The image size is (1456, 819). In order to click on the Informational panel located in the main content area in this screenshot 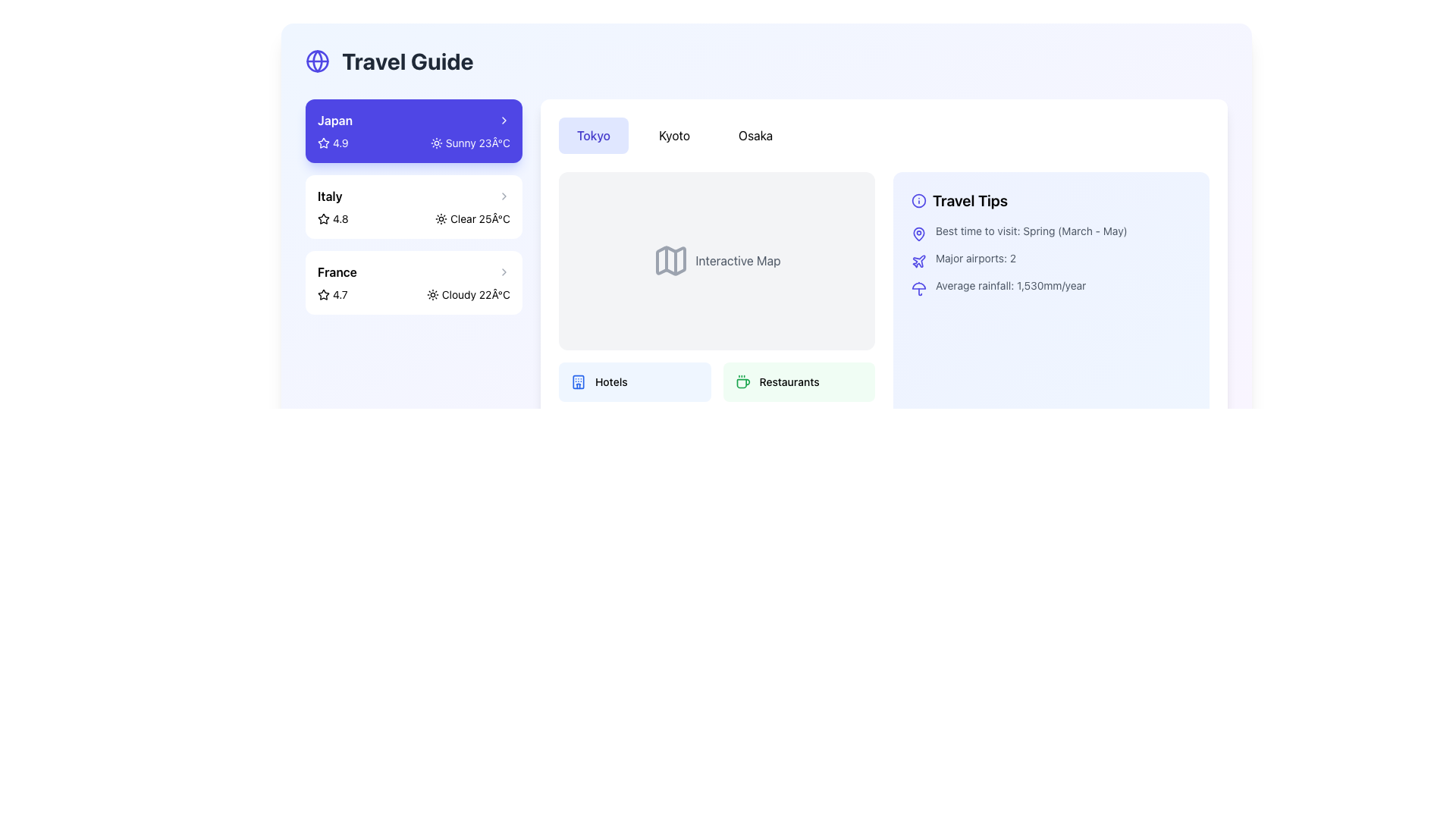, I will do `click(716, 312)`.